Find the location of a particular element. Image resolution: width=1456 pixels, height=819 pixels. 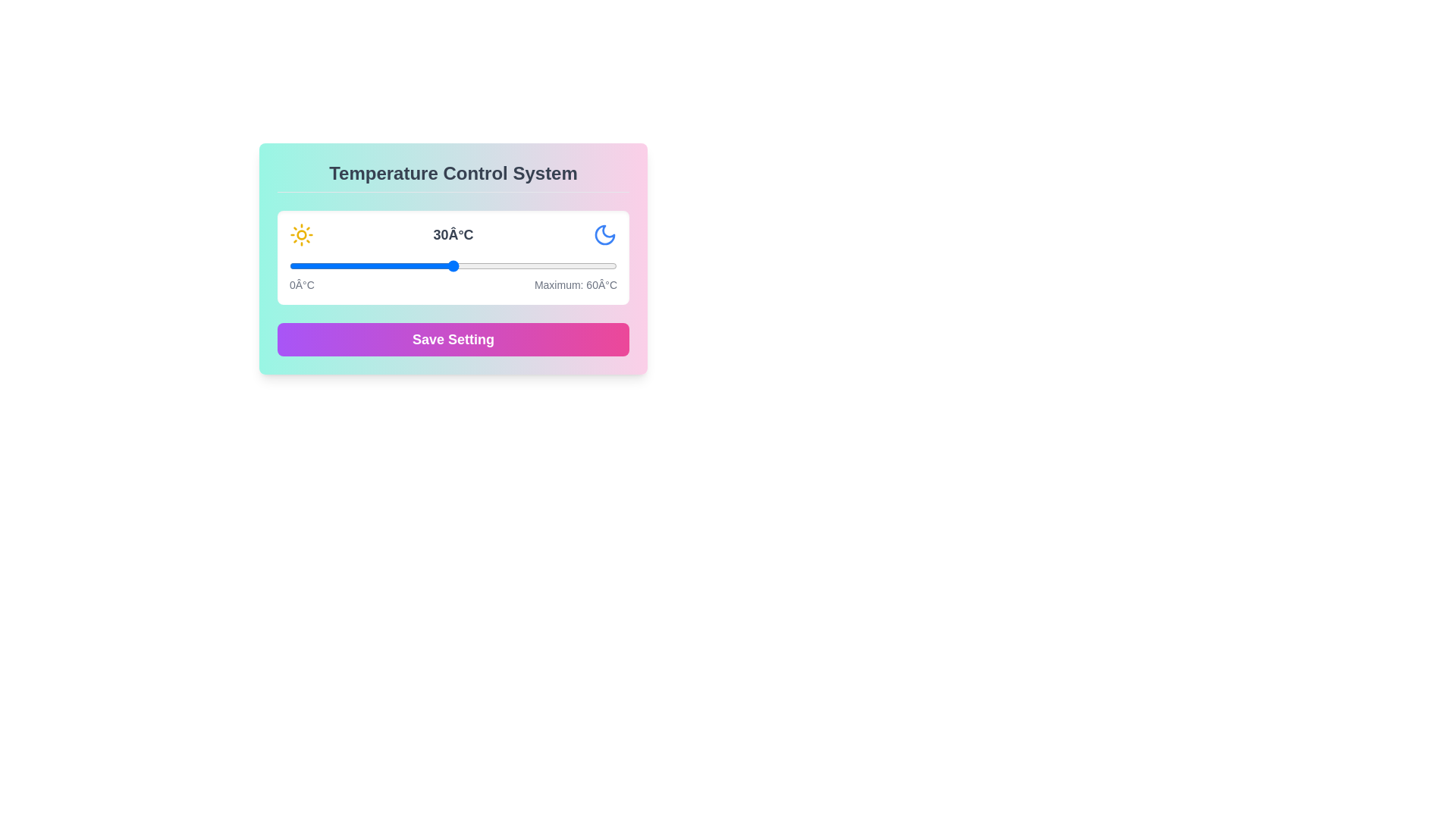

the temperature slider to set the temperature to 48°C is located at coordinates (551, 265).